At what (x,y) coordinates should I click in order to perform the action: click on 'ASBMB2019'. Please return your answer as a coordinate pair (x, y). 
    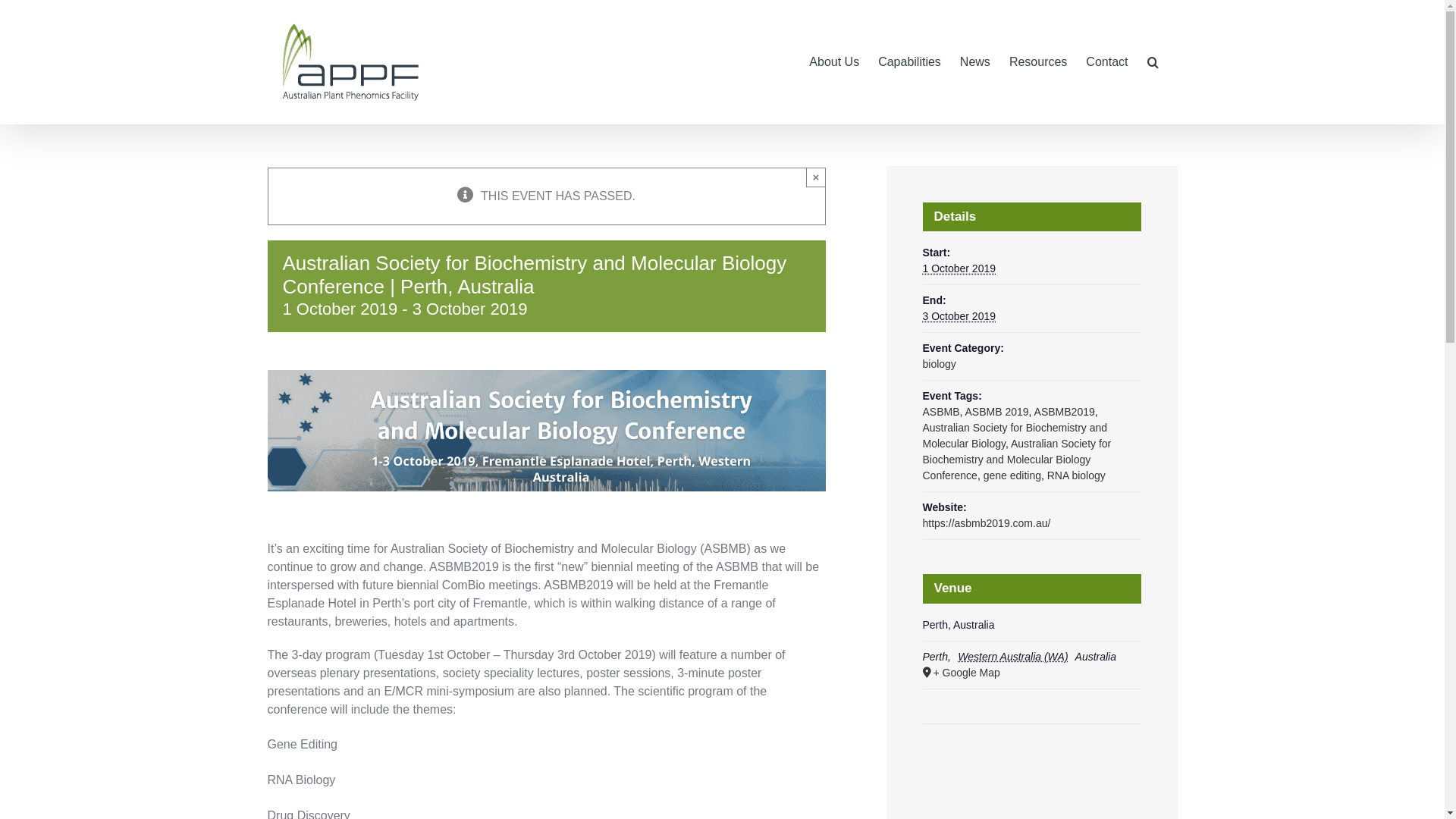
    Looking at the image, I should click on (1033, 412).